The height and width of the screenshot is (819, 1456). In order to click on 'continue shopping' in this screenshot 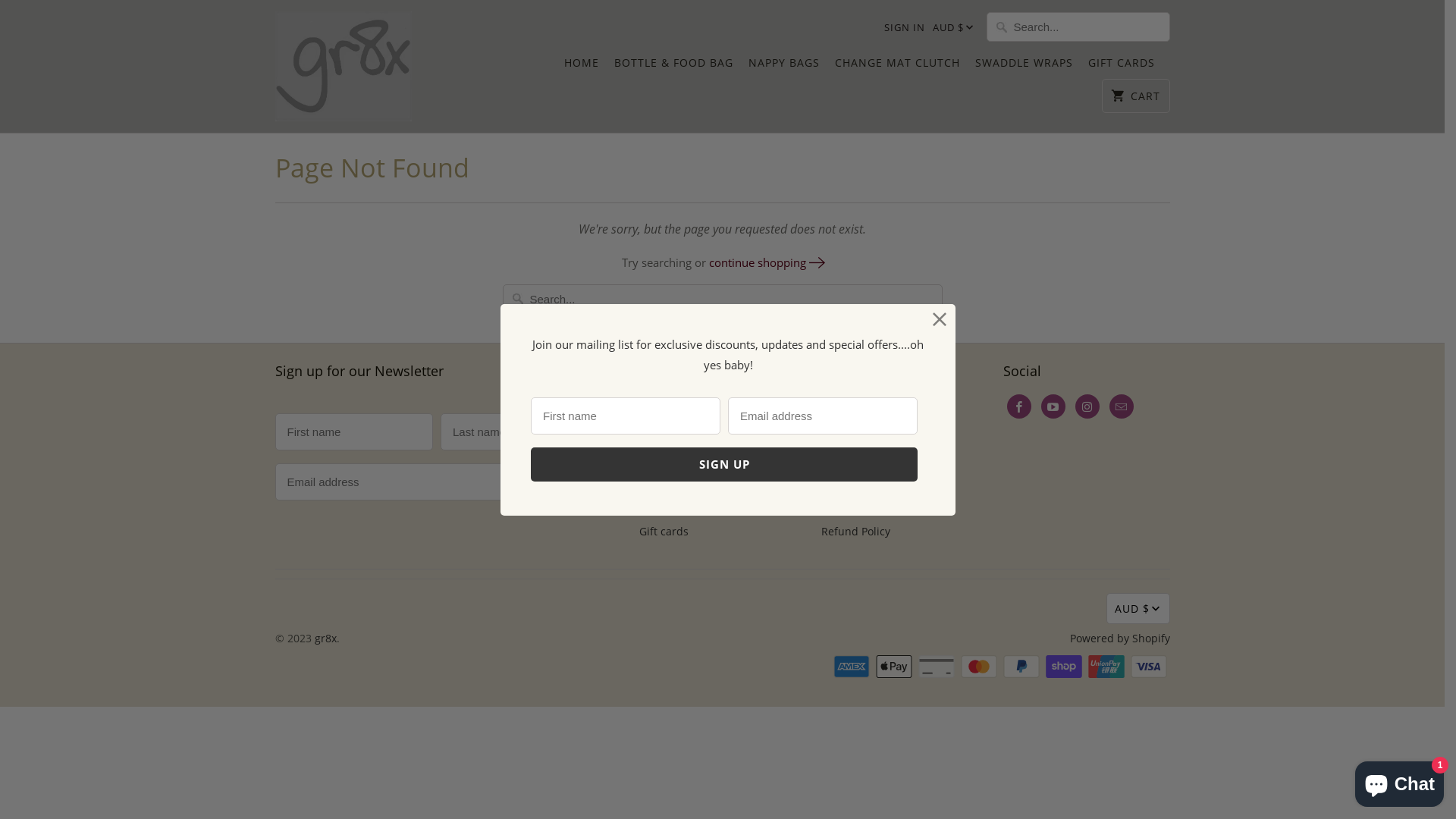, I will do `click(708, 262)`.